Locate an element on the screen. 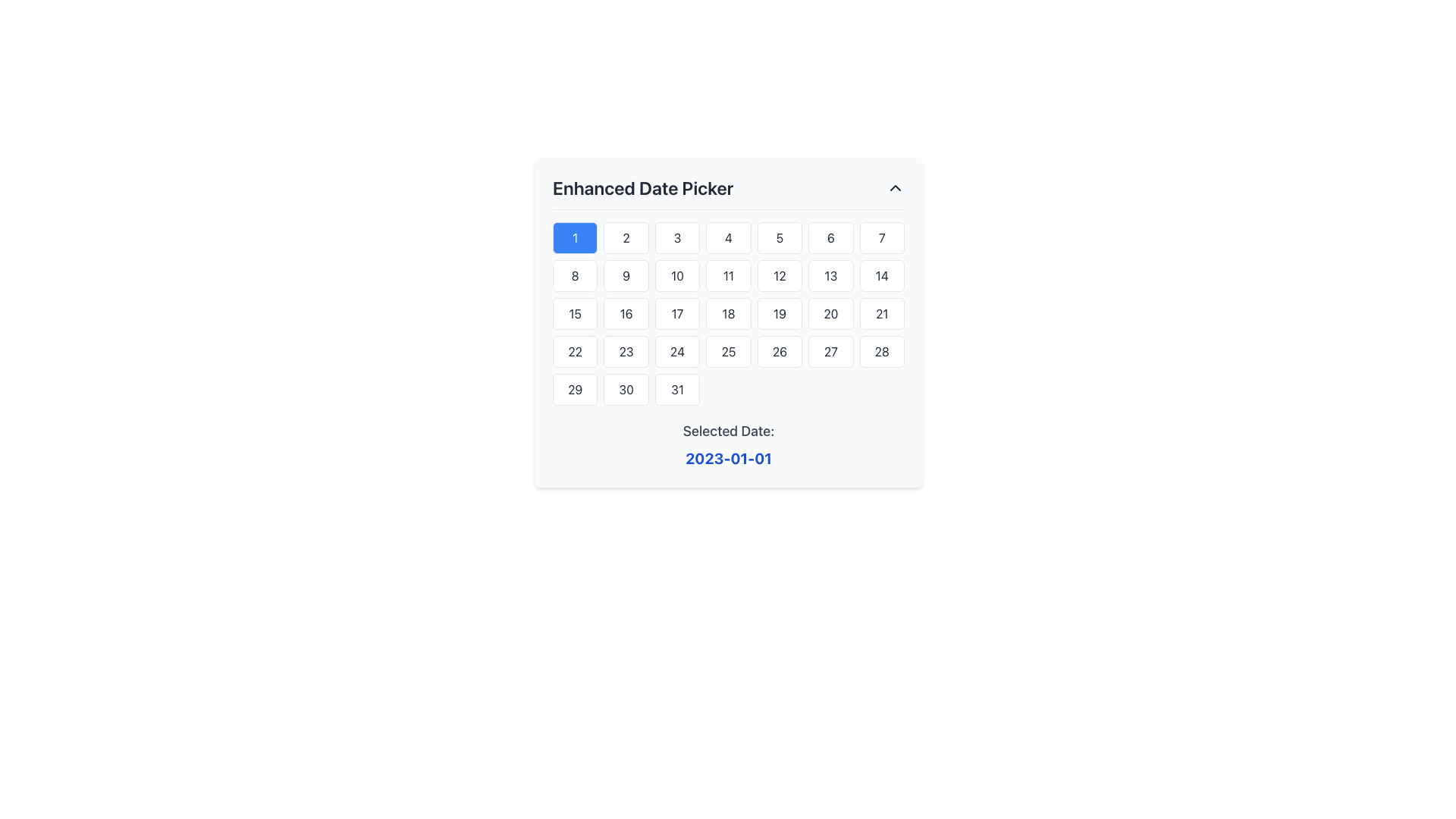 This screenshot has width=1456, height=819. the button representing day 26 in the date picker calendar is located at coordinates (780, 351).